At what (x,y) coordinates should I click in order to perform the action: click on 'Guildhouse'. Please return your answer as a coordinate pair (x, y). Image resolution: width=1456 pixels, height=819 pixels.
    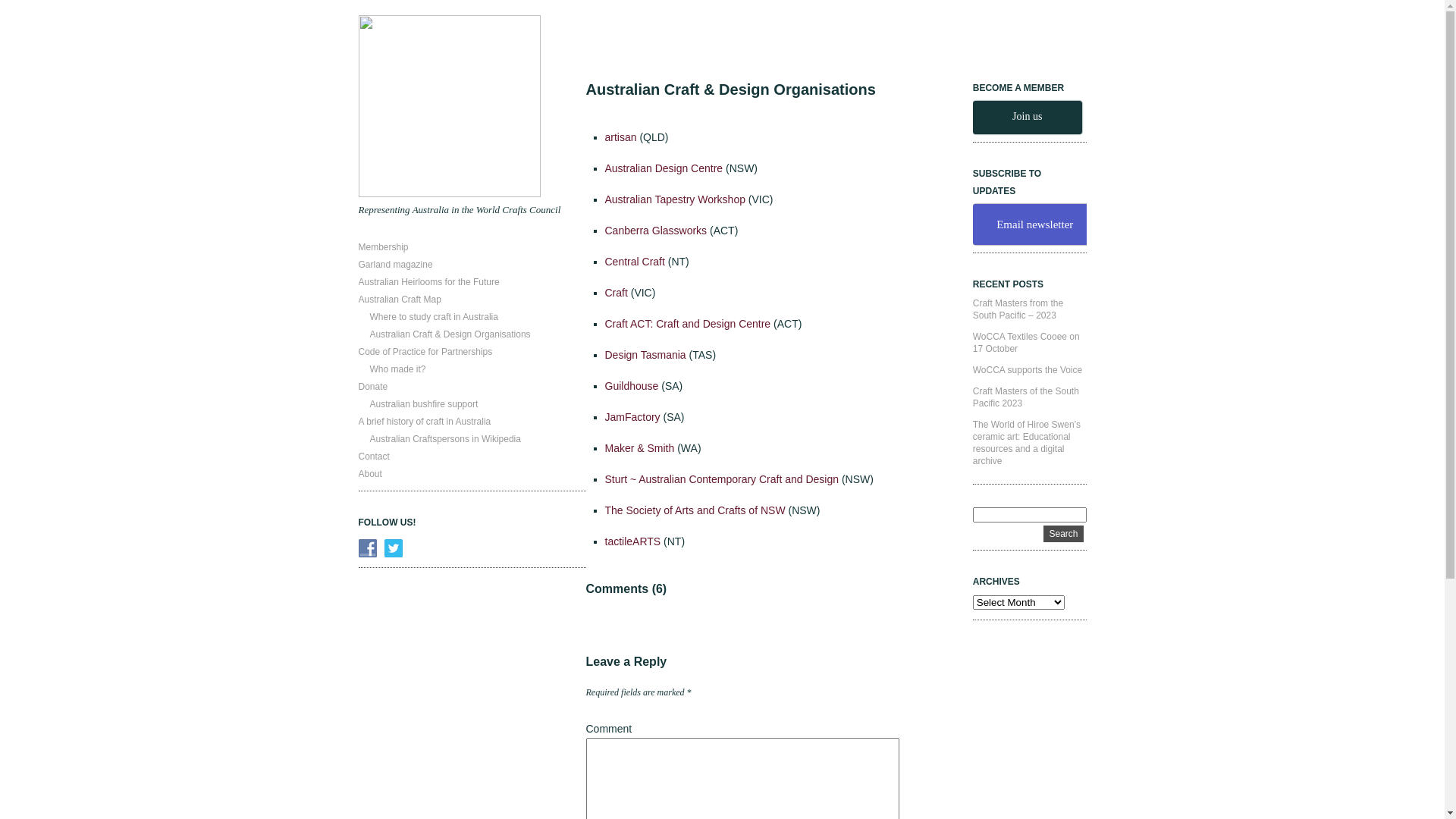
    Looking at the image, I should click on (604, 385).